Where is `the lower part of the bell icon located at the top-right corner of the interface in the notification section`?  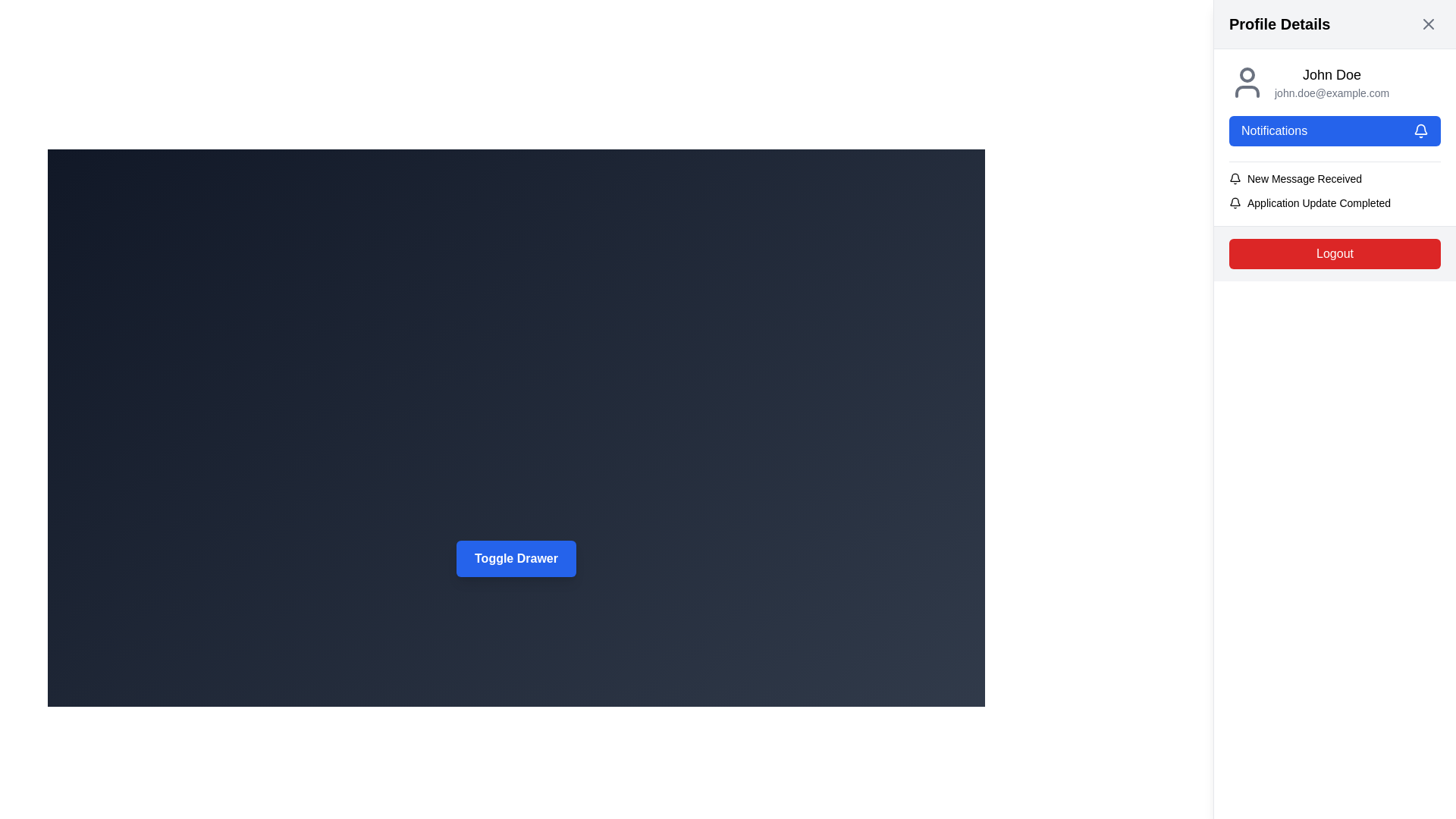 the lower part of the bell icon located at the top-right corner of the interface in the notification section is located at coordinates (1235, 201).